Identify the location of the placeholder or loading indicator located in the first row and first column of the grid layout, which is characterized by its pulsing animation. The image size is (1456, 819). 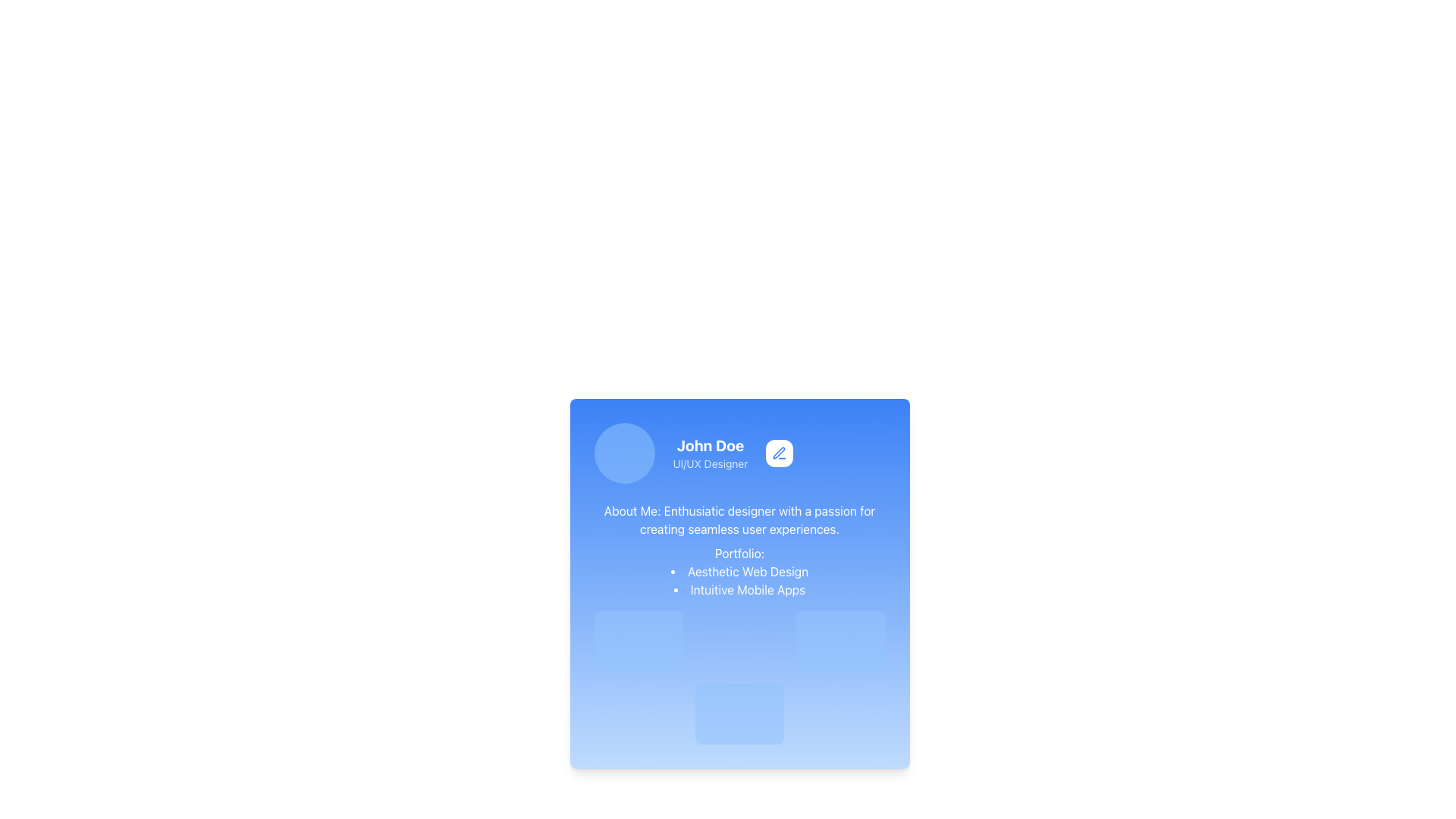
(639, 641).